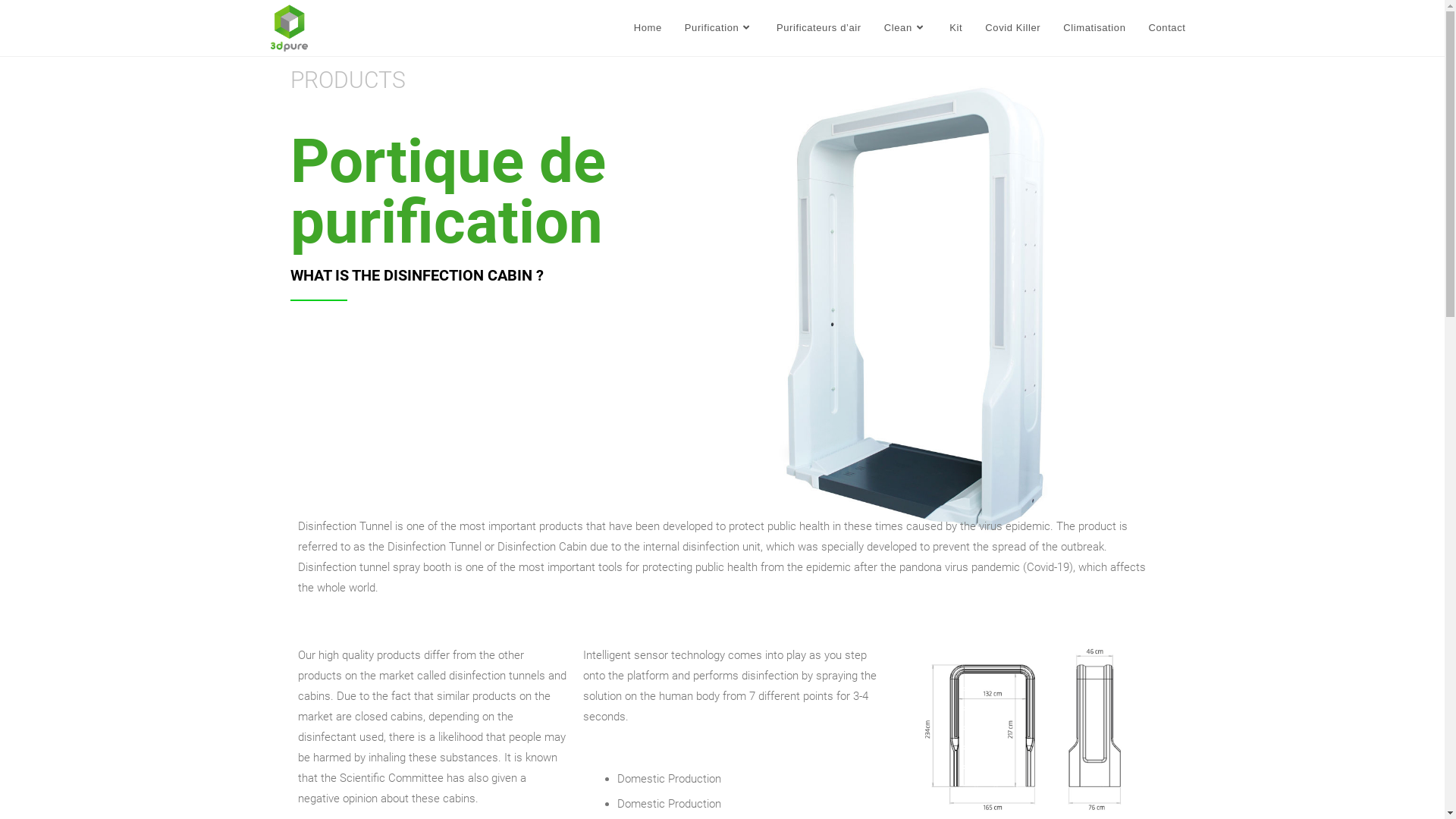  What do you see at coordinates (648, 28) in the screenshot?
I see `'Home'` at bounding box center [648, 28].